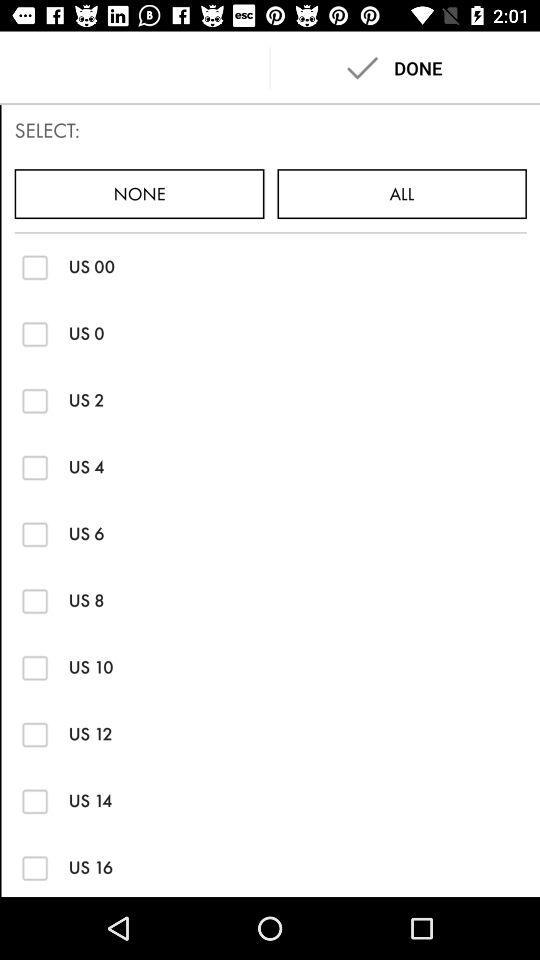 Image resolution: width=540 pixels, height=960 pixels. What do you see at coordinates (35, 333) in the screenshot?
I see `size 0 option` at bounding box center [35, 333].